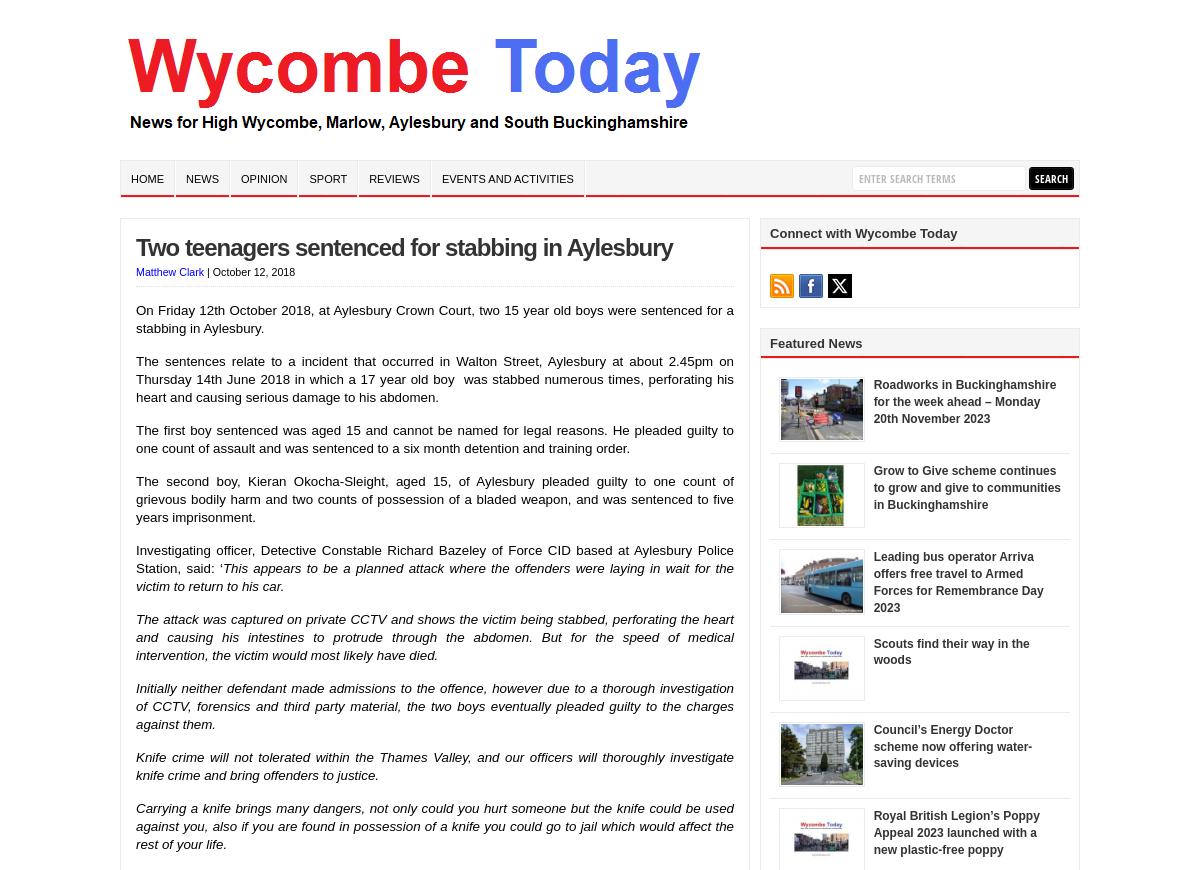 The image size is (1200, 870). What do you see at coordinates (435, 705) in the screenshot?
I see `'Initially neither defendant made admissions to the offence, however due to a thorough investigation of CCTV, forensics and third party material, the two boys eventually pleaded guilty to the charges against them.'` at bounding box center [435, 705].